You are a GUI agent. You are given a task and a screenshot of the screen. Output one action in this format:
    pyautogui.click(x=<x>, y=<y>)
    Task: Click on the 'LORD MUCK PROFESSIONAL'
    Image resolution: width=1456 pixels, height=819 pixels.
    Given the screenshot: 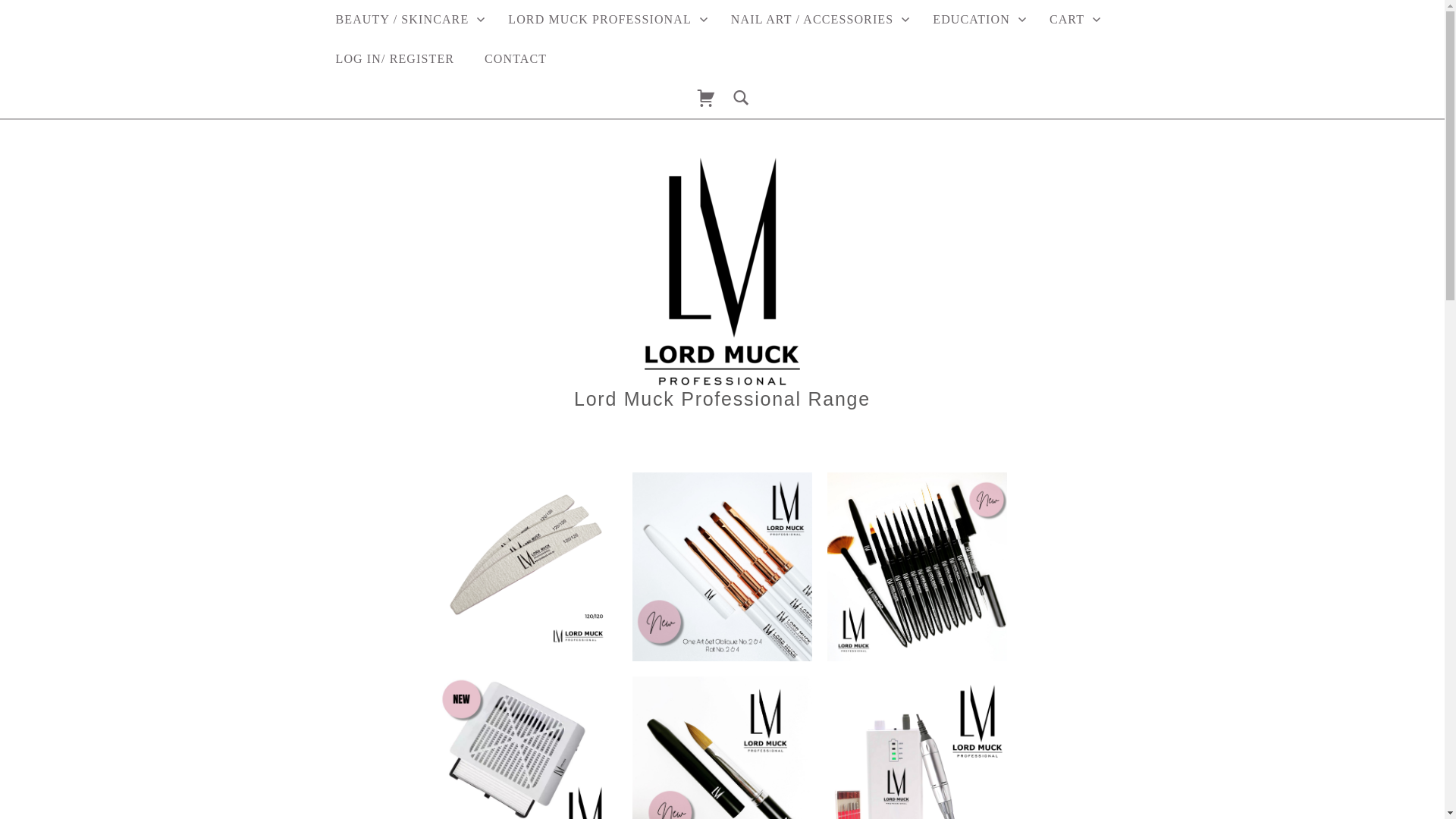 What is the action you would take?
    pyautogui.click(x=556, y=20)
    